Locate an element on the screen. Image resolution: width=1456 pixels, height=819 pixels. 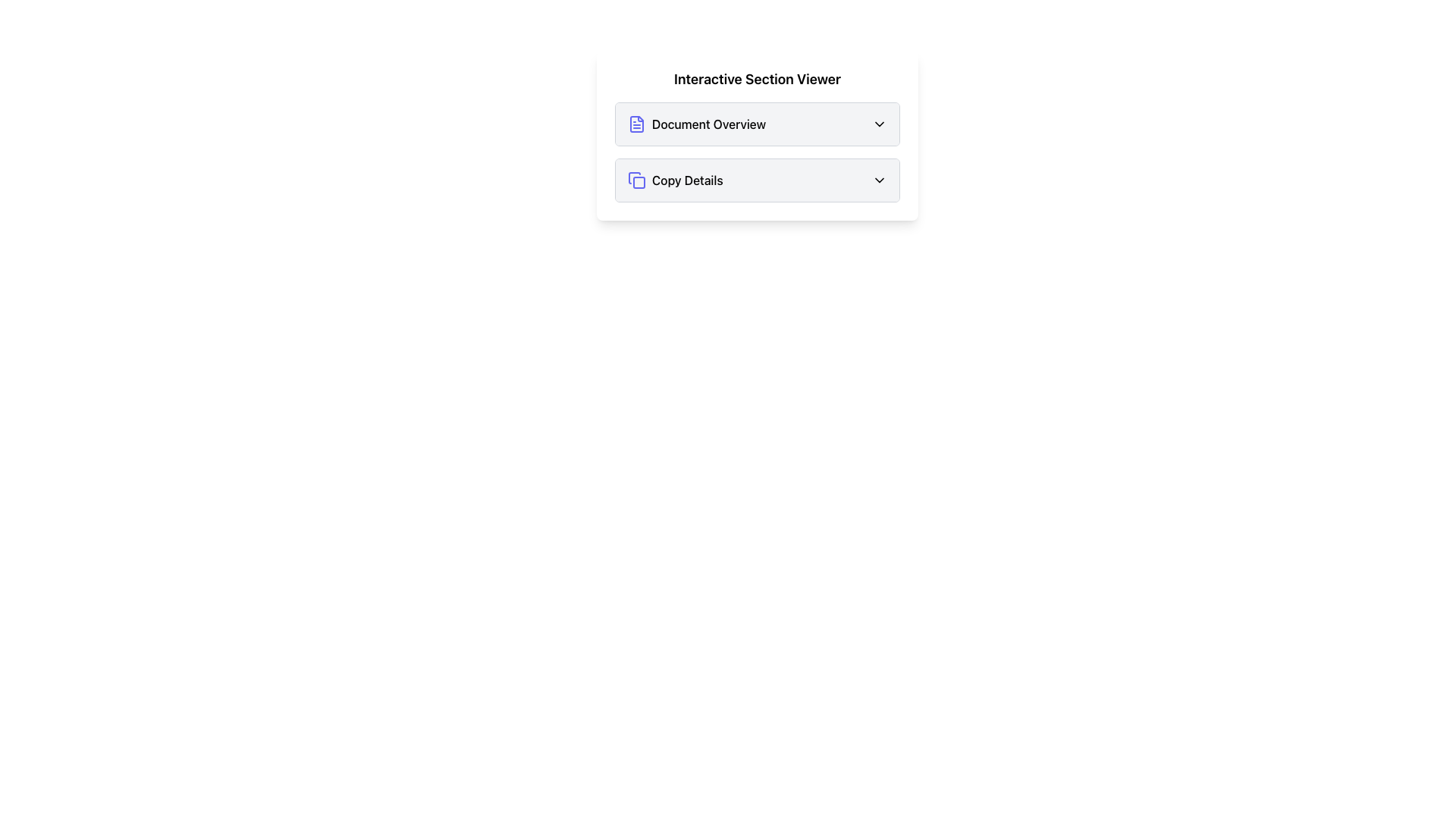
the blue file document icon that is part of the 'Document Overview' button, located at the top left of the interactive section viewer is located at coordinates (637, 124).